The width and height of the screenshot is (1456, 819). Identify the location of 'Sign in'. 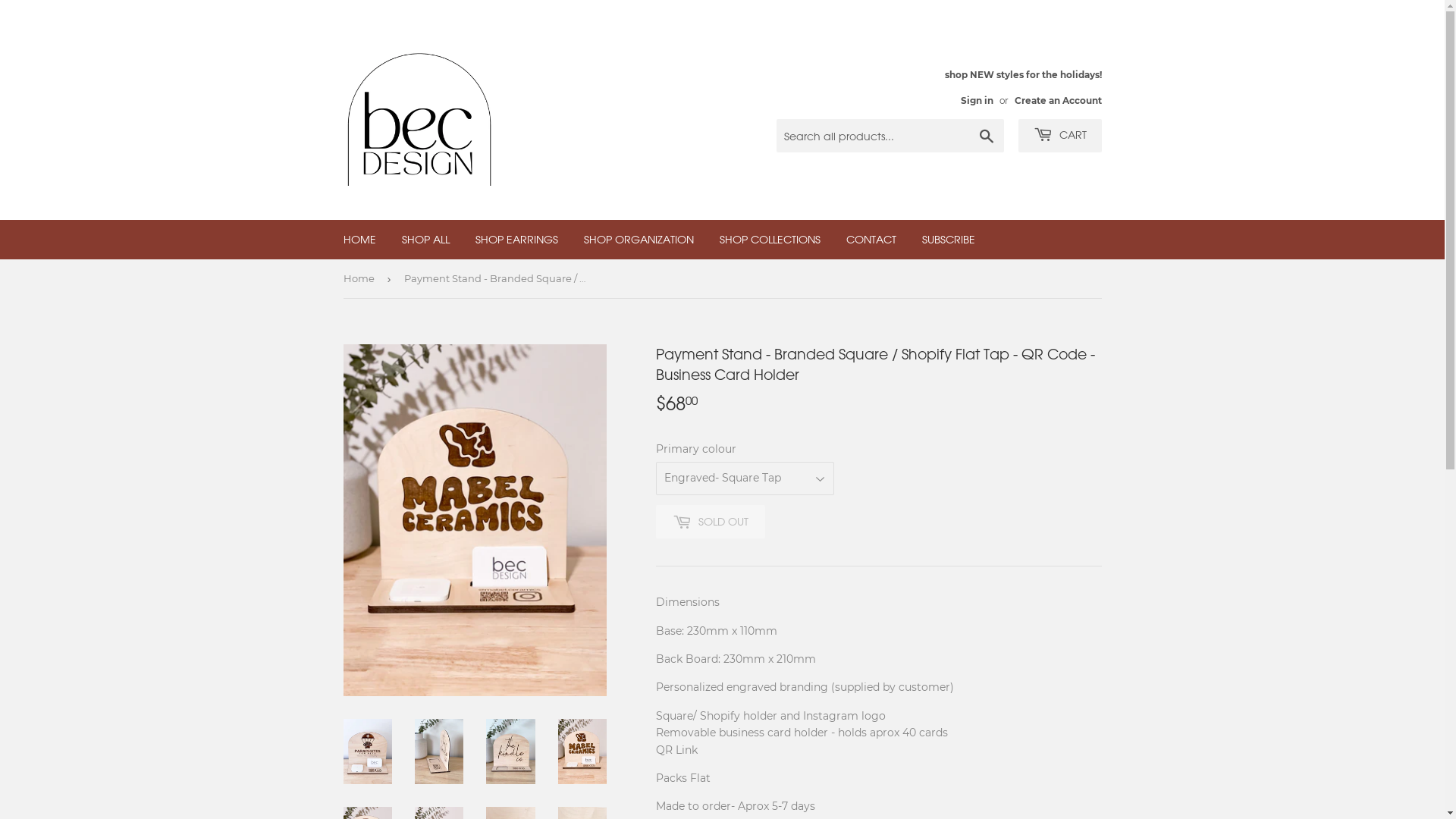
(976, 100).